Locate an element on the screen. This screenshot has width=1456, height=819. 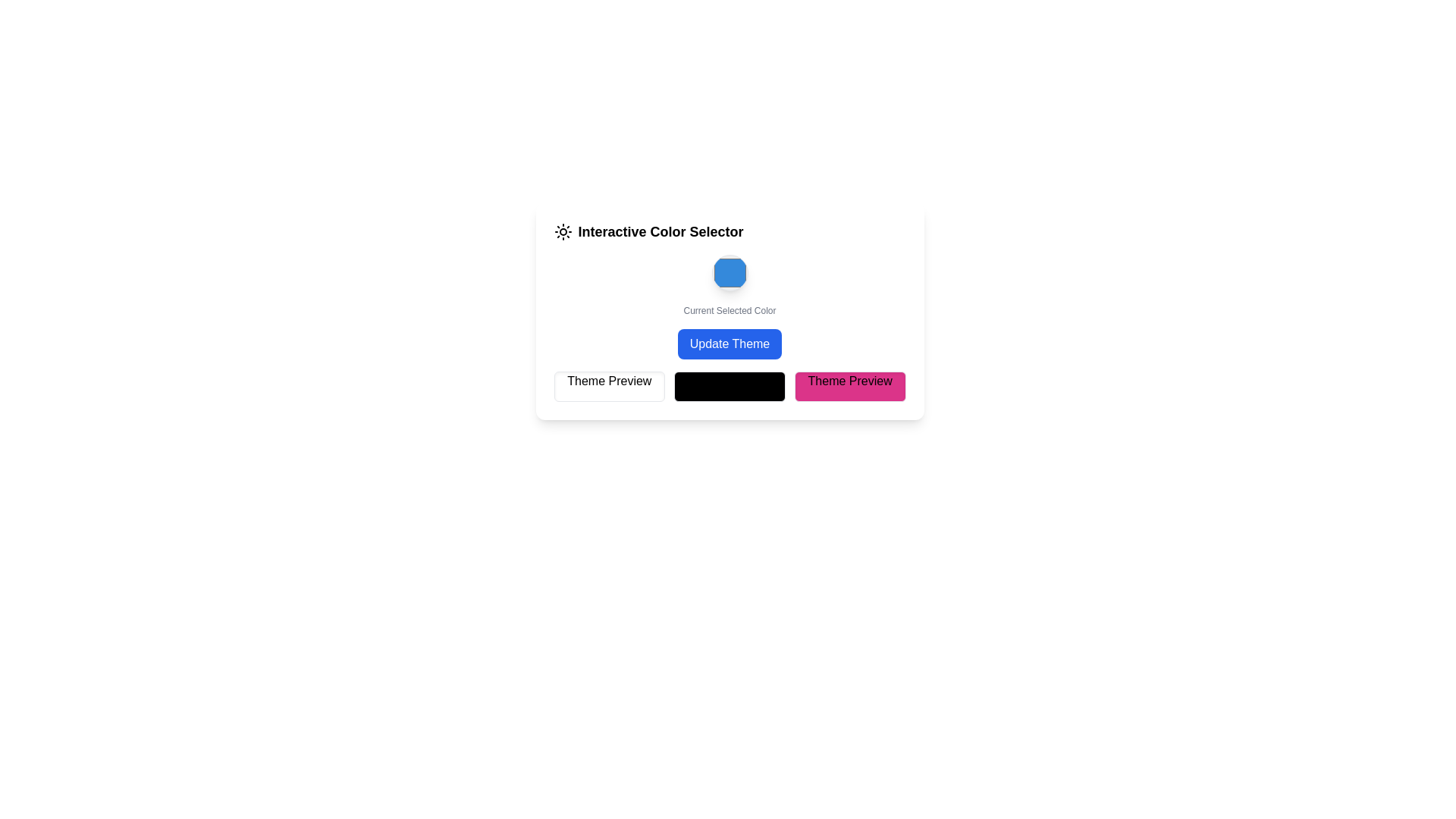
the rectangular button with a solid blue background and white text reading 'Update Theme' is located at coordinates (730, 344).